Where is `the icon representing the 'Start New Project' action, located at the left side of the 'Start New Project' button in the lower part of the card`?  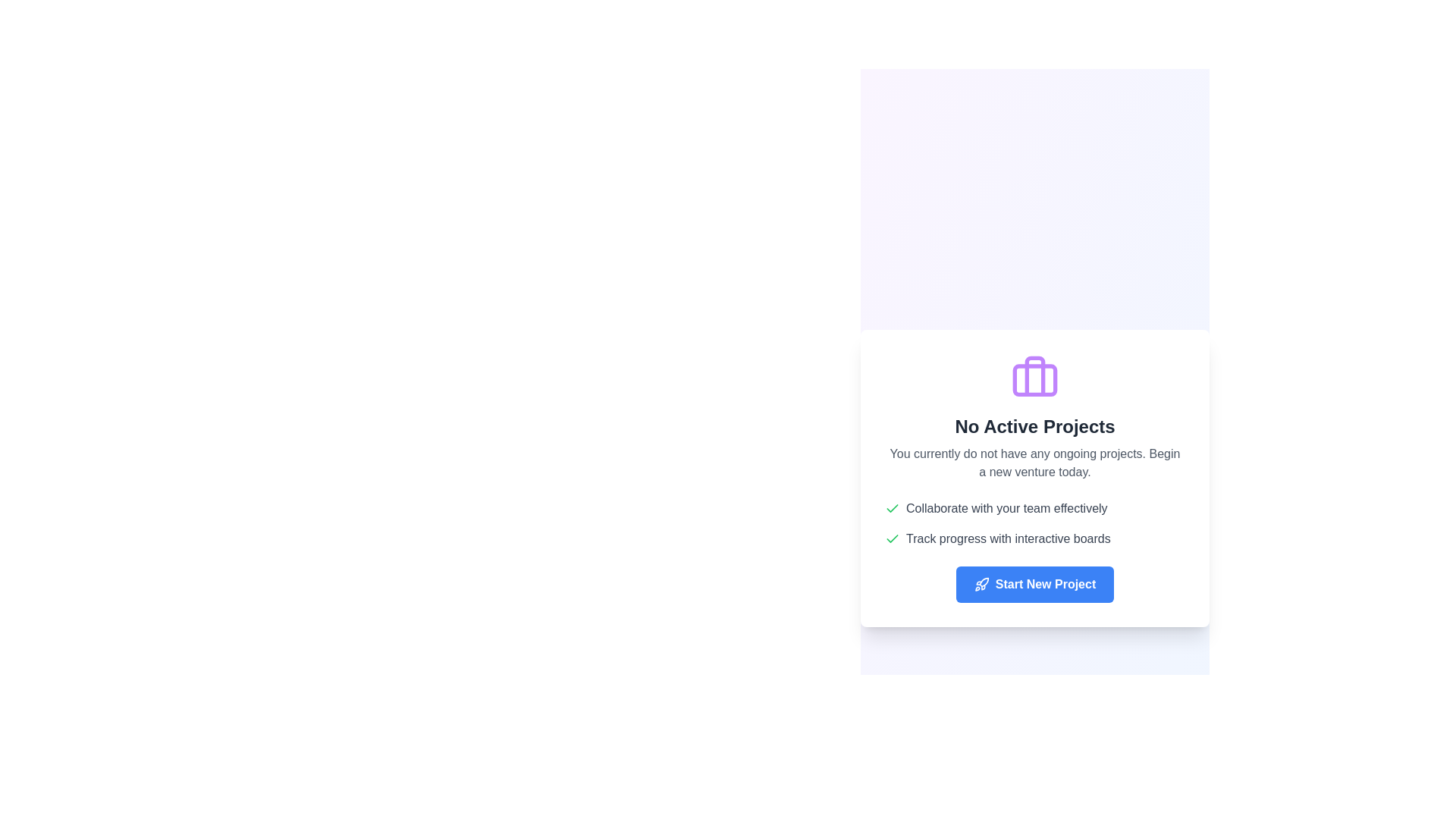
the icon representing the 'Start New Project' action, located at the left side of the 'Start New Project' button in the lower part of the card is located at coordinates (981, 584).